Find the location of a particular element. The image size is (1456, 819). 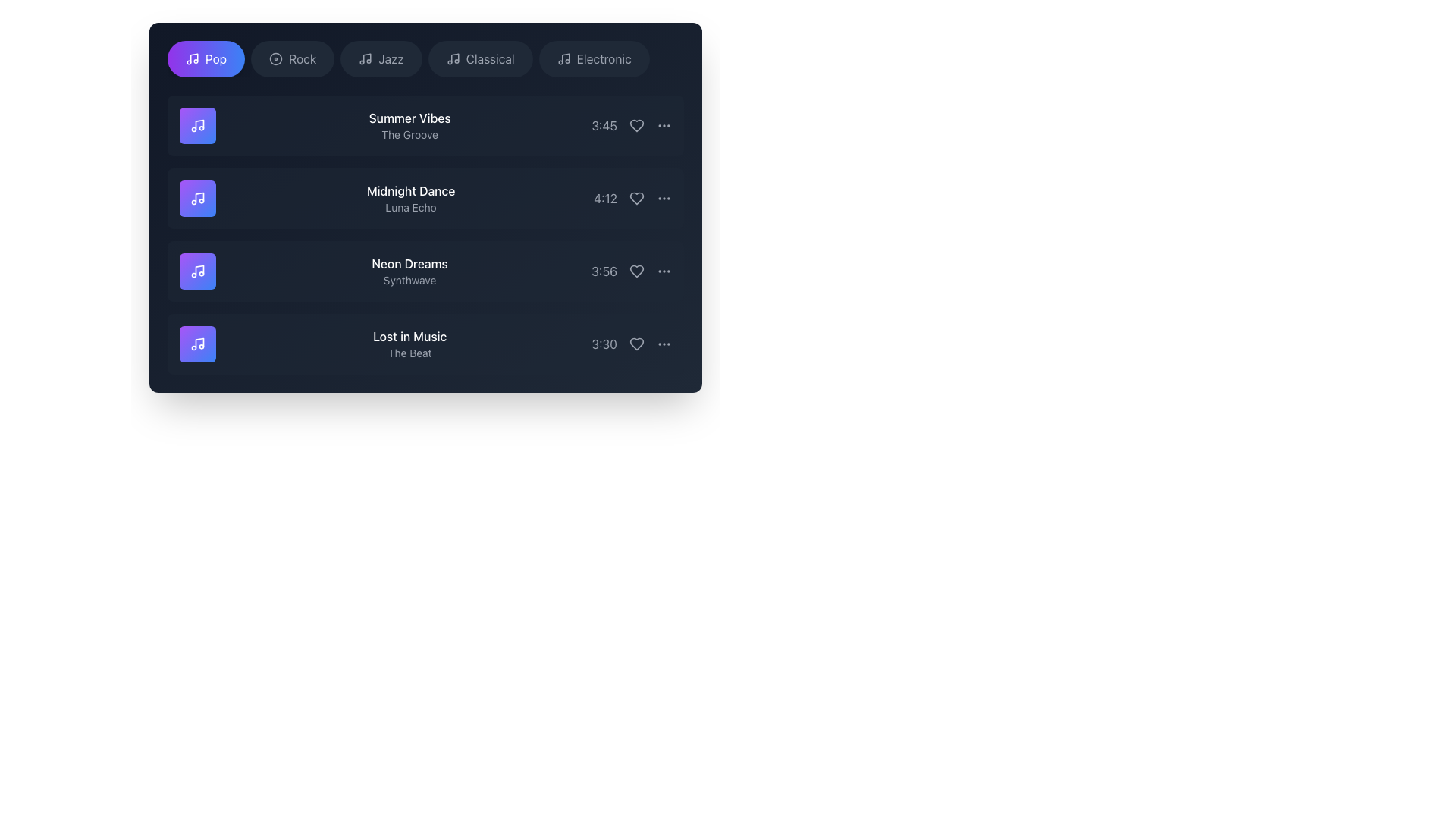

the text label displaying 'Lost in Music' with the smaller text 'The Beat' beneath it, located in the fourth item of the playlist UI is located at coordinates (409, 344).